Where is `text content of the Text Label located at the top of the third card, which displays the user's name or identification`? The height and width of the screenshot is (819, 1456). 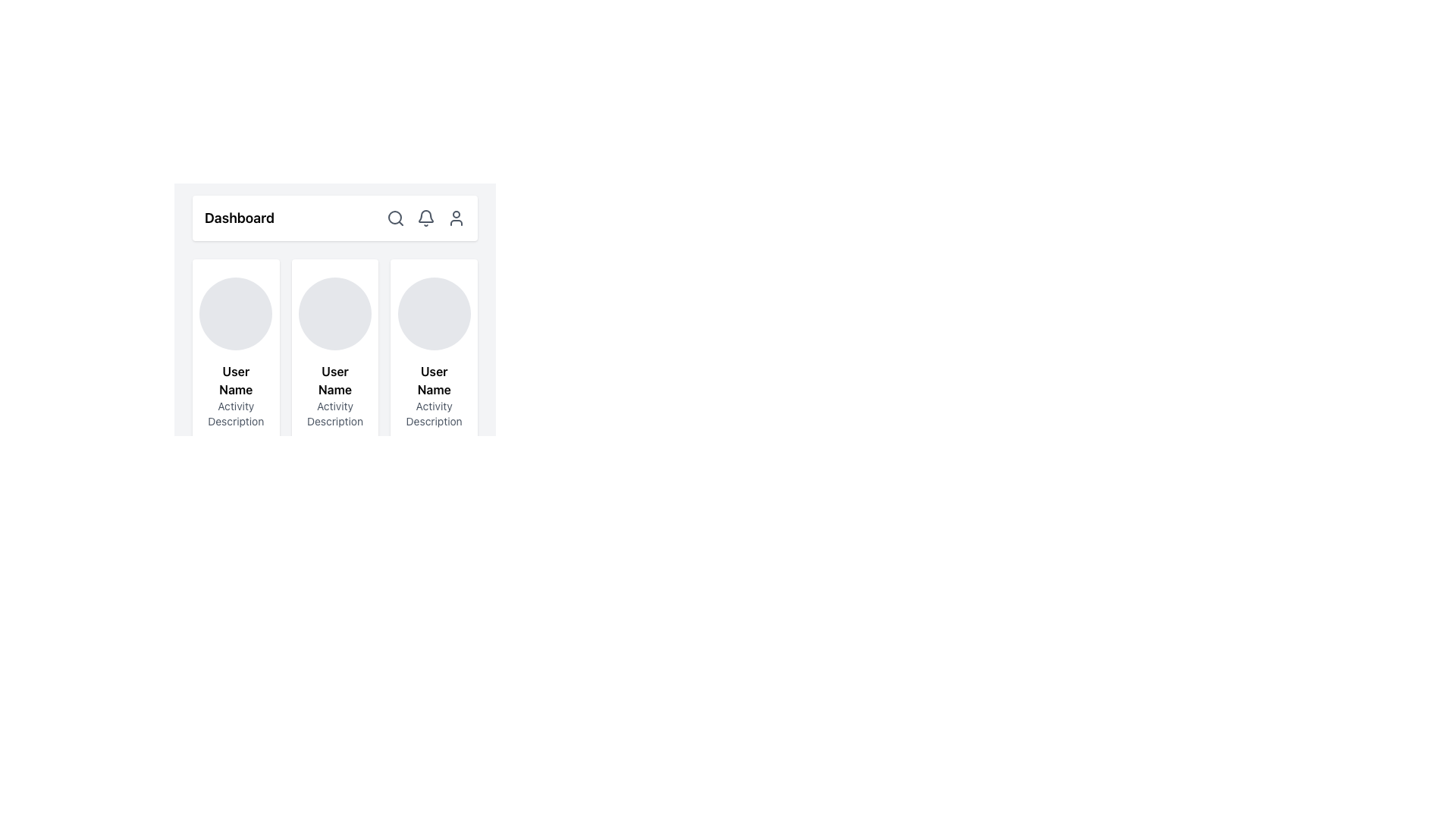
text content of the Text Label located at the top of the third card, which displays the user's name or identification is located at coordinates (433, 379).